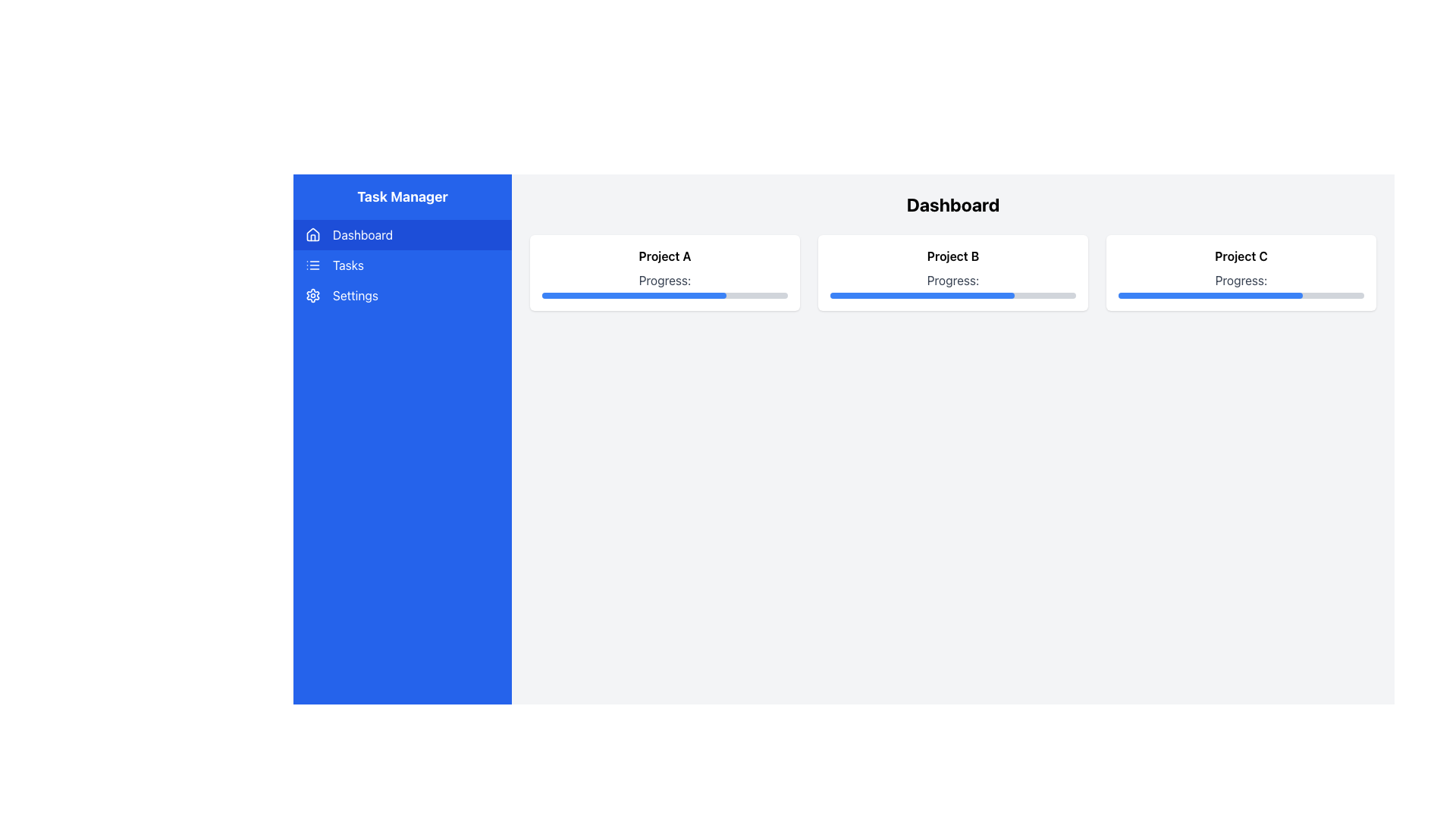 This screenshot has height=819, width=1456. I want to click on the horizontal progress bar located within the card labeled 'Project C' in the dashboard interface, which shows progress with a blue segment on a light gray background, so click(1241, 295).